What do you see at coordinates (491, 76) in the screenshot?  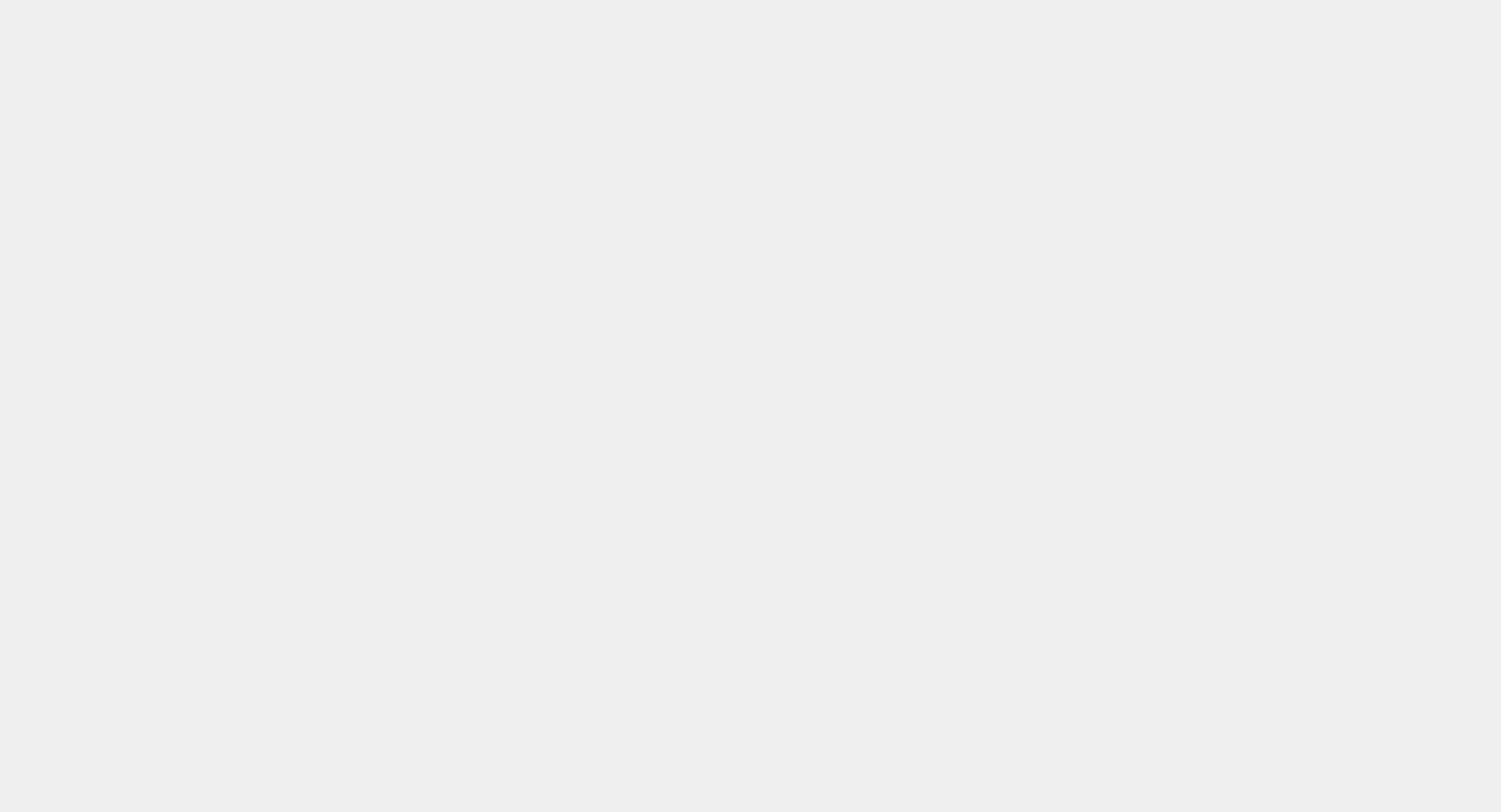 I see `'Products of the Week'` at bounding box center [491, 76].